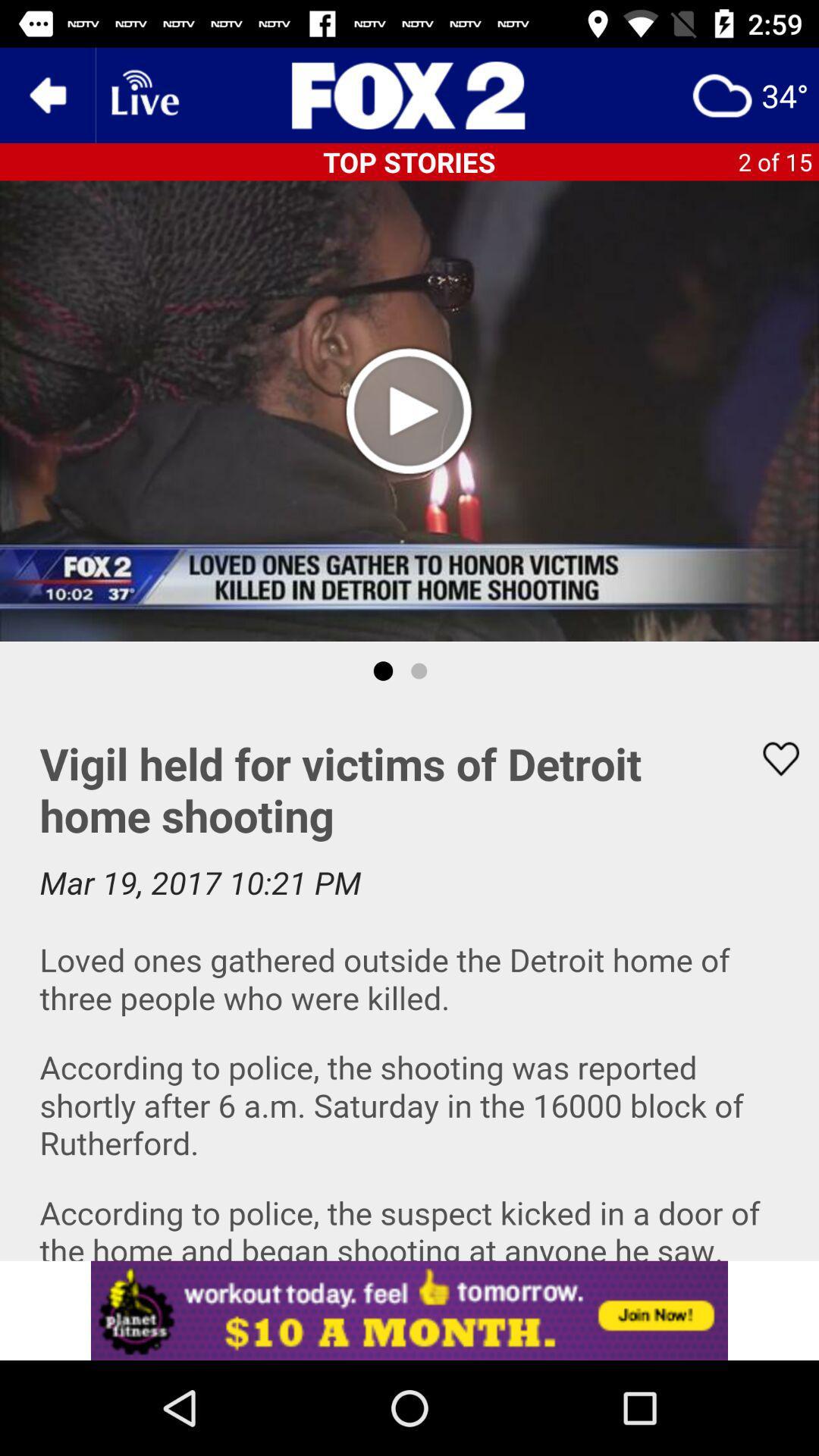 The image size is (819, 1456). Describe the element at coordinates (409, 1310) in the screenshot. I see `this app install app` at that location.